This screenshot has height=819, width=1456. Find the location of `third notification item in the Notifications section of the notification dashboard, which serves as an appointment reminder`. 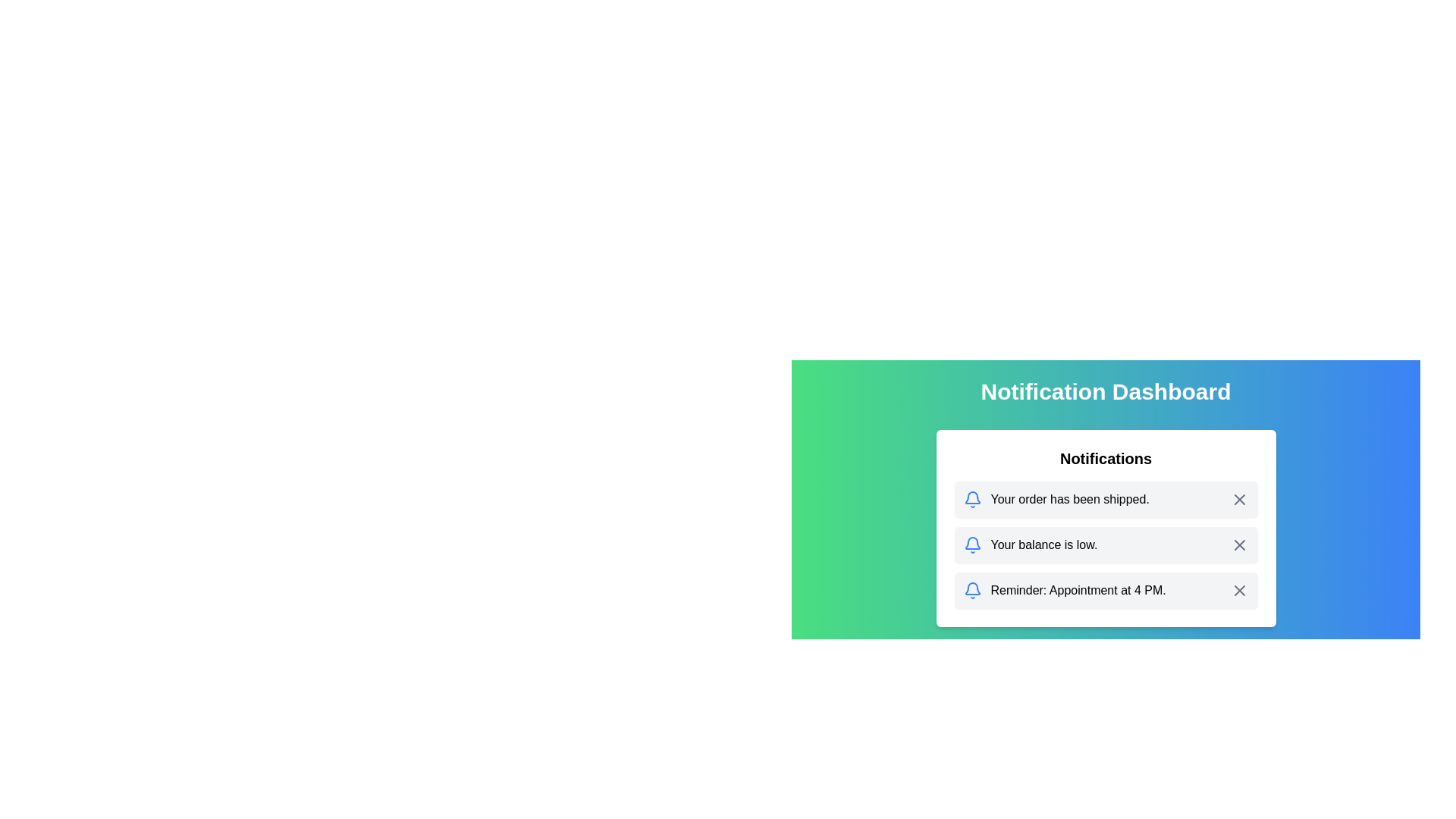

third notification item in the Notifications section of the notification dashboard, which serves as an appointment reminder is located at coordinates (1106, 590).